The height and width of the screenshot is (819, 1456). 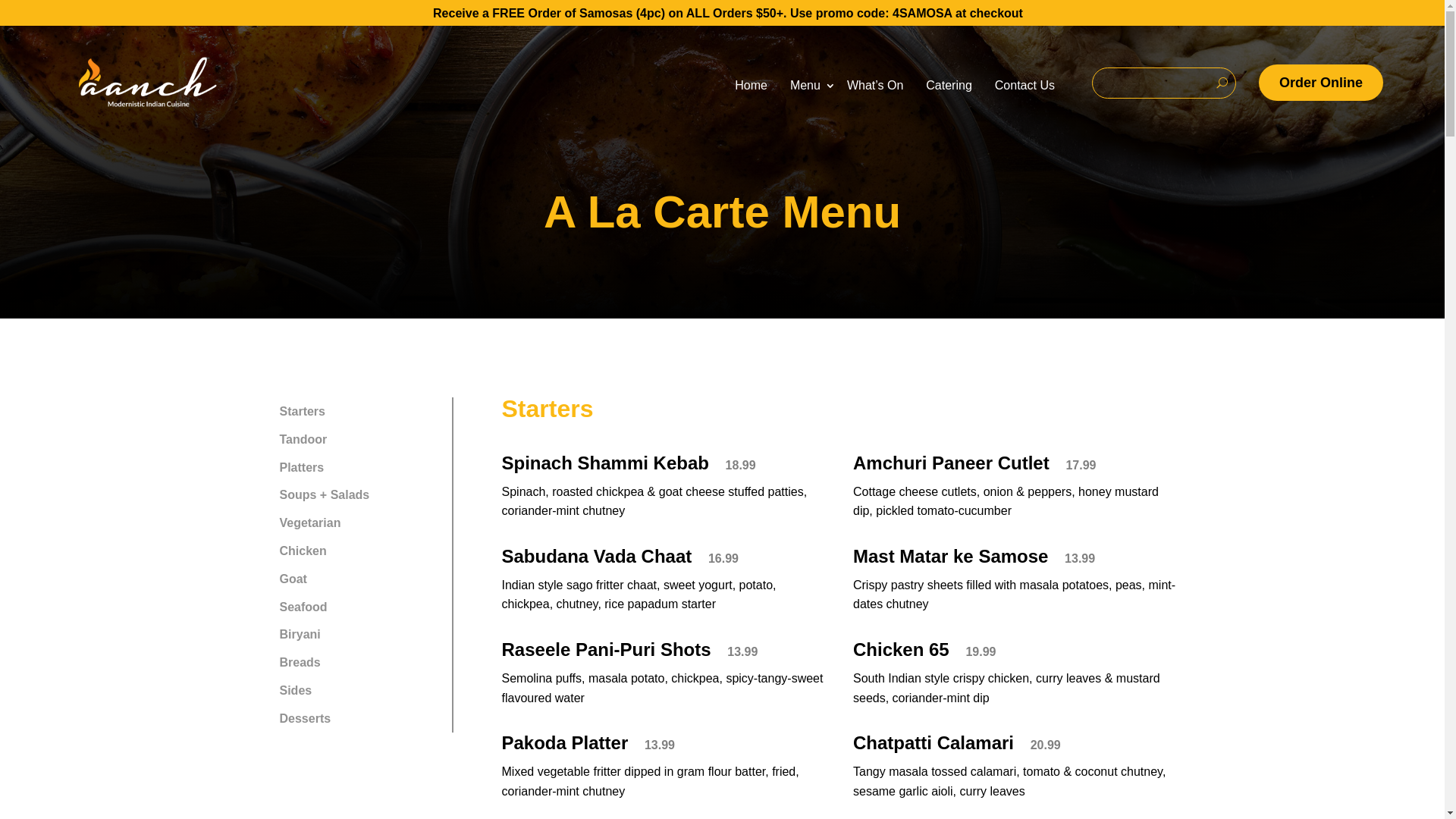 What do you see at coordinates (983, 85) in the screenshot?
I see `'Contact Us'` at bounding box center [983, 85].